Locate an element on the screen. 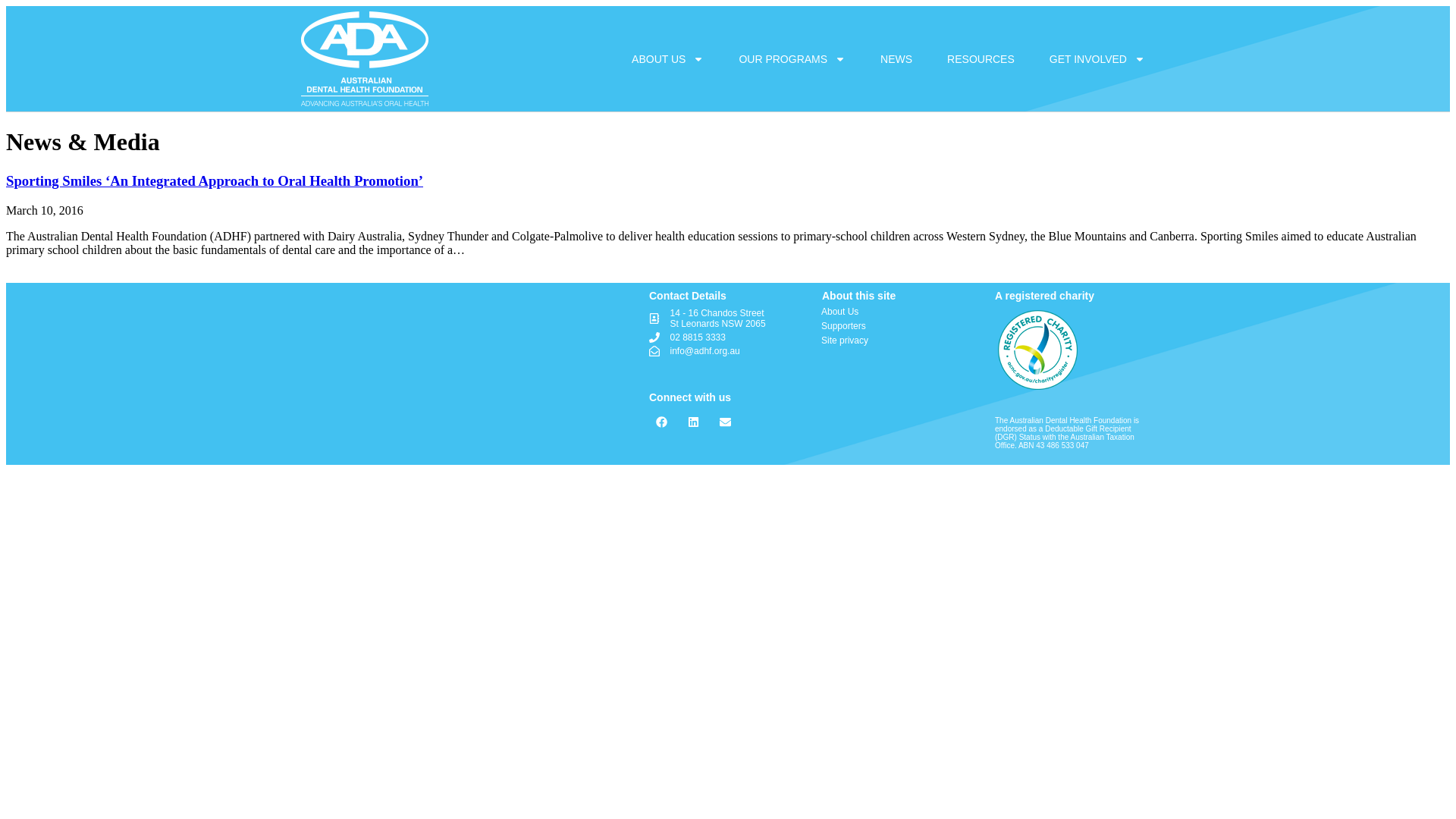  'info@adhf.org.au' is located at coordinates (728, 350).